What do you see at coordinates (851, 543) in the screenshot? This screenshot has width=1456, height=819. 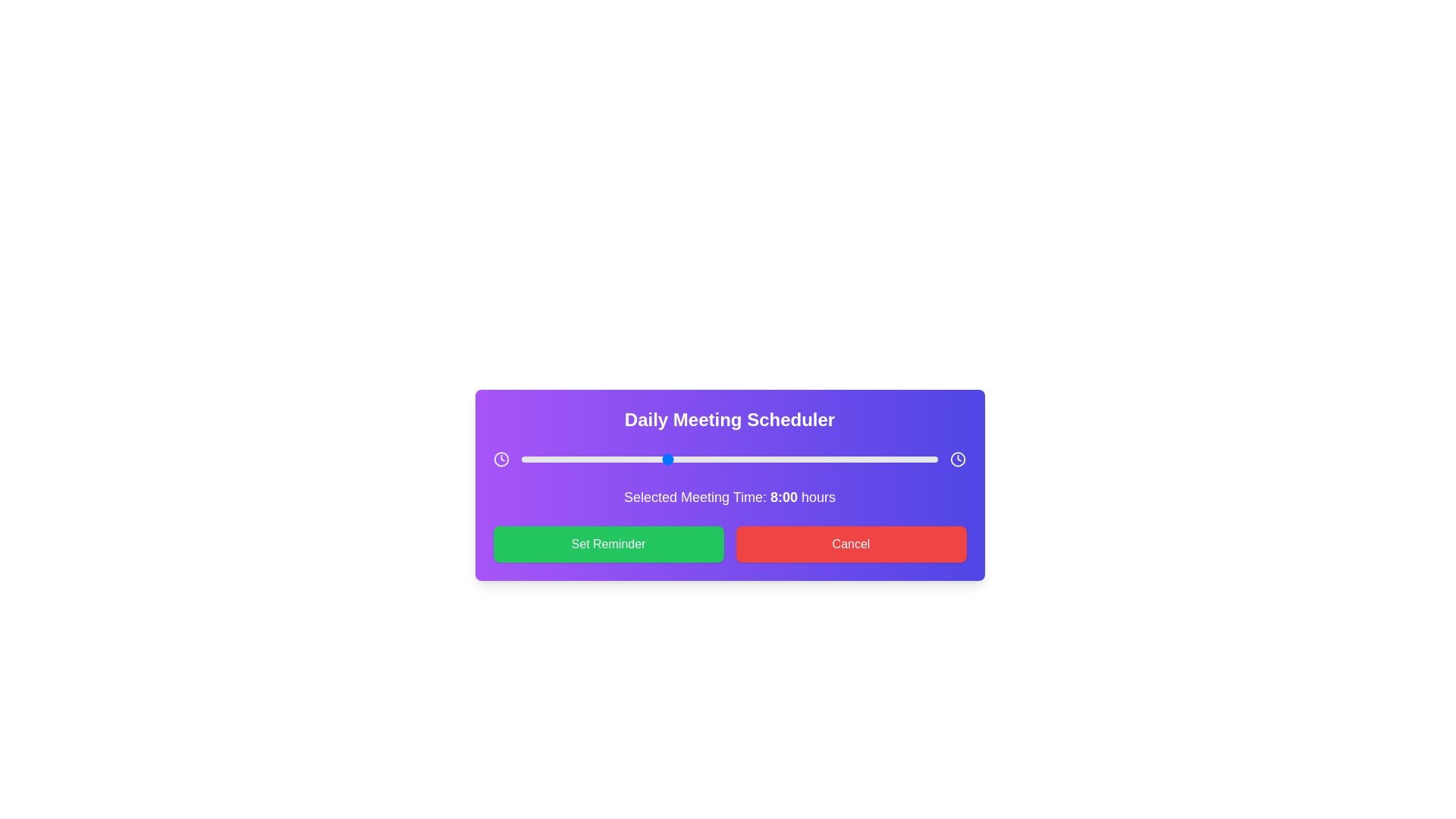 I see `the 'Cancel' button to cancel the current operation` at bounding box center [851, 543].